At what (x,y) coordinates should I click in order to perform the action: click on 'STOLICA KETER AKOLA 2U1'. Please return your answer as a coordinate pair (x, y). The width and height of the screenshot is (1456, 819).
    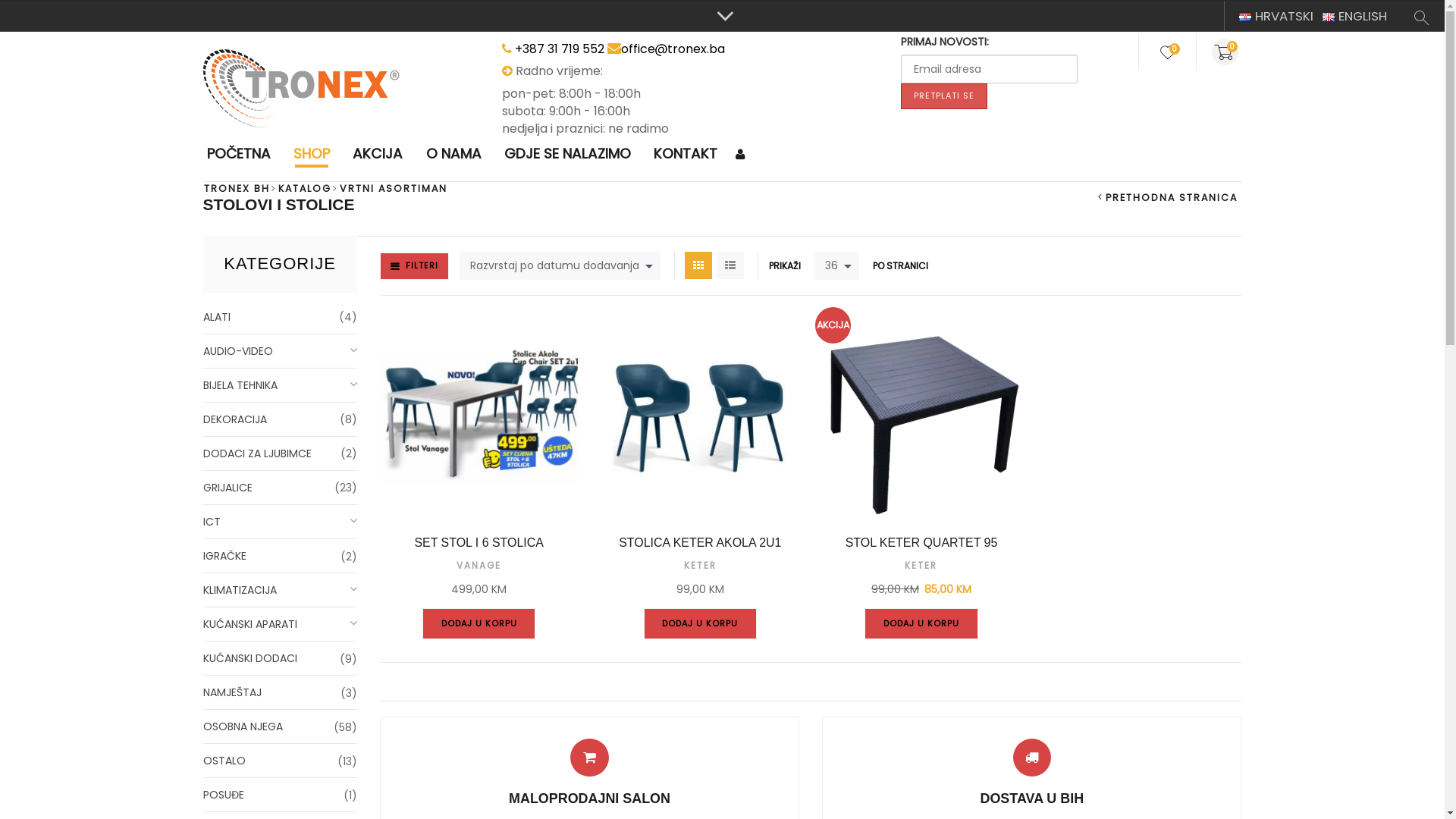
    Looking at the image, I should click on (698, 542).